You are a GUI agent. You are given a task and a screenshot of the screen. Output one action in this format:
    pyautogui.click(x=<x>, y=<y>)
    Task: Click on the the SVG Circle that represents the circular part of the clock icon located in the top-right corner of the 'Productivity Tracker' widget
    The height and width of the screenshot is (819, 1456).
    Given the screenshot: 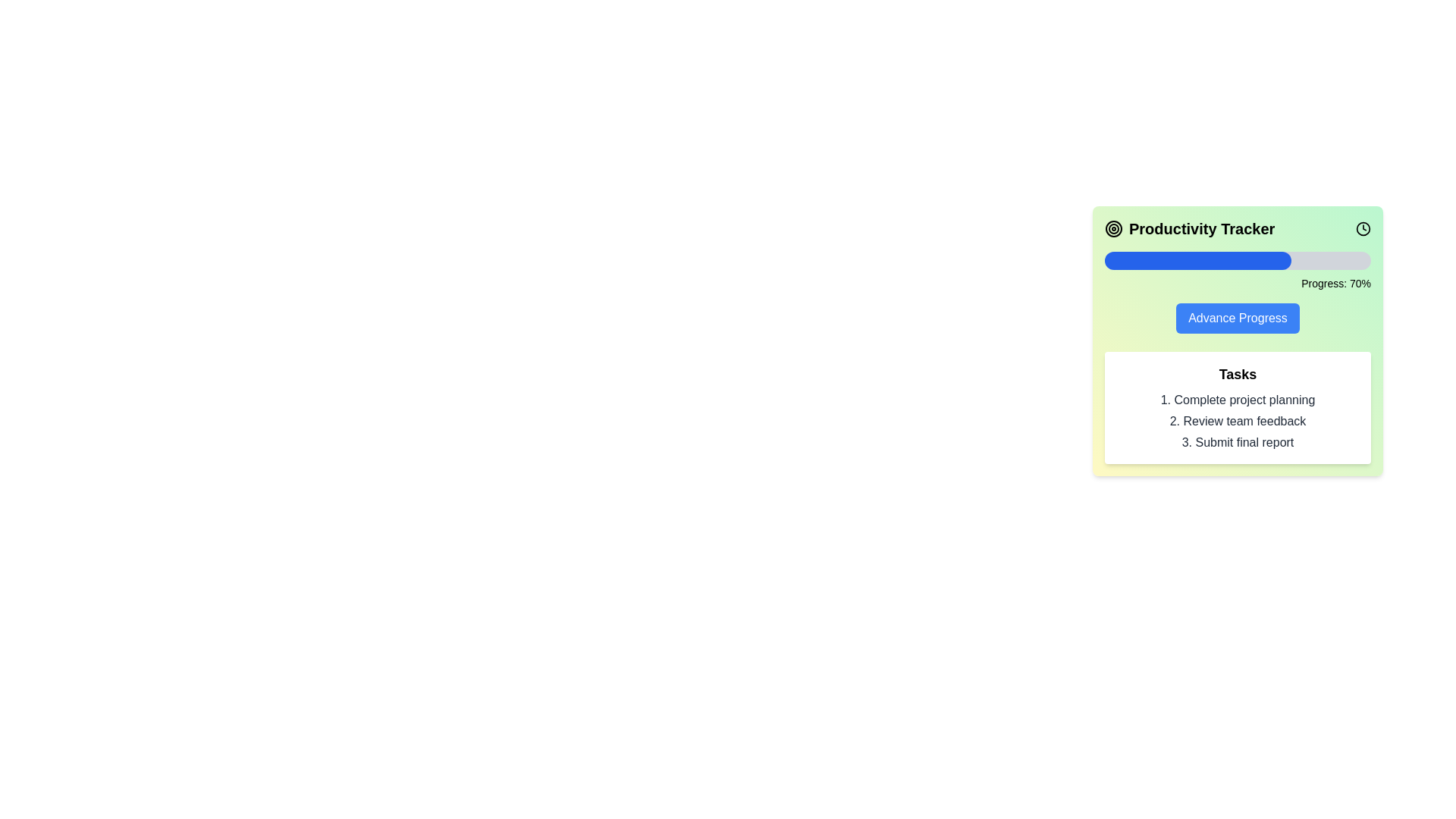 What is the action you would take?
    pyautogui.click(x=1363, y=228)
    